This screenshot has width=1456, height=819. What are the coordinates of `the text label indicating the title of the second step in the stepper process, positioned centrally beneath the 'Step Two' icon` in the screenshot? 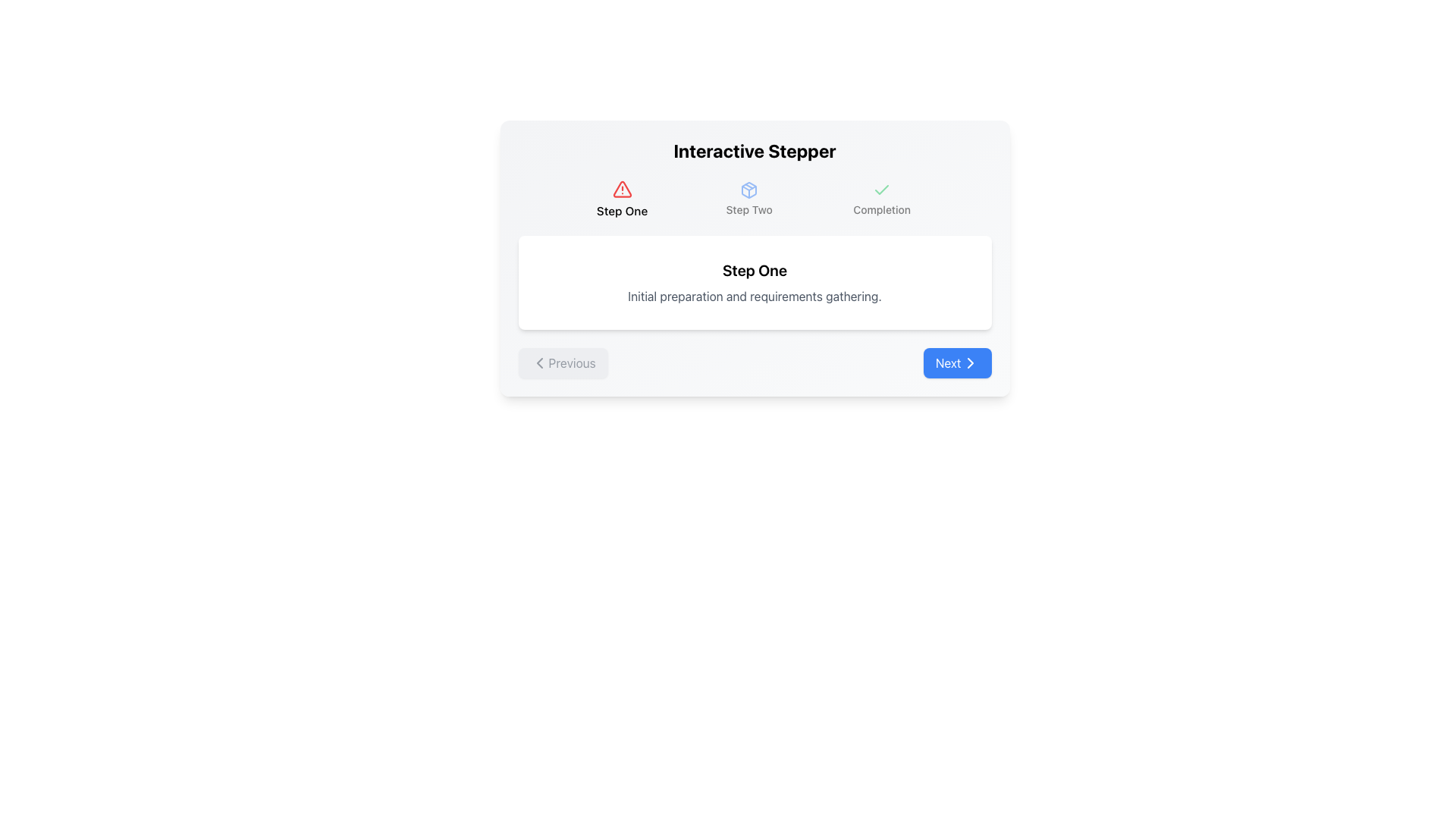 It's located at (749, 210).